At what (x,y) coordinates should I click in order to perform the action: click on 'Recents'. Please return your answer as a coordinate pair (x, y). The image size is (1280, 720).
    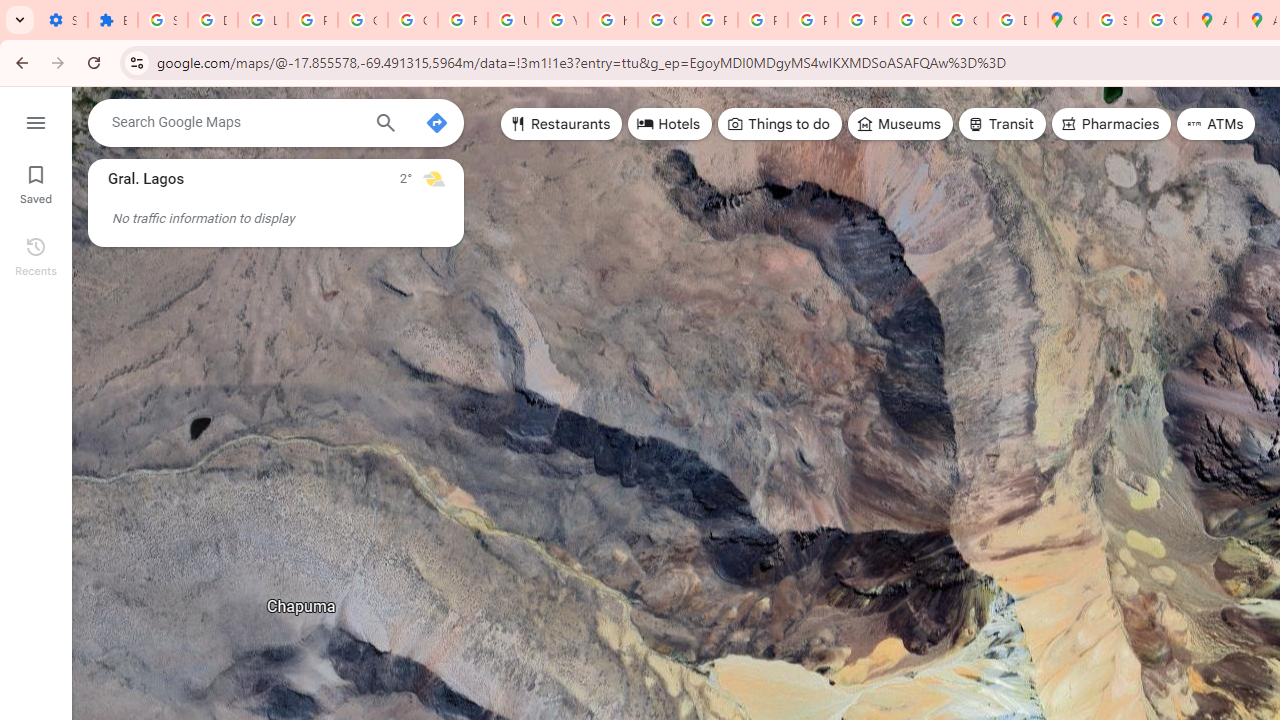
    Looking at the image, I should click on (35, 253).